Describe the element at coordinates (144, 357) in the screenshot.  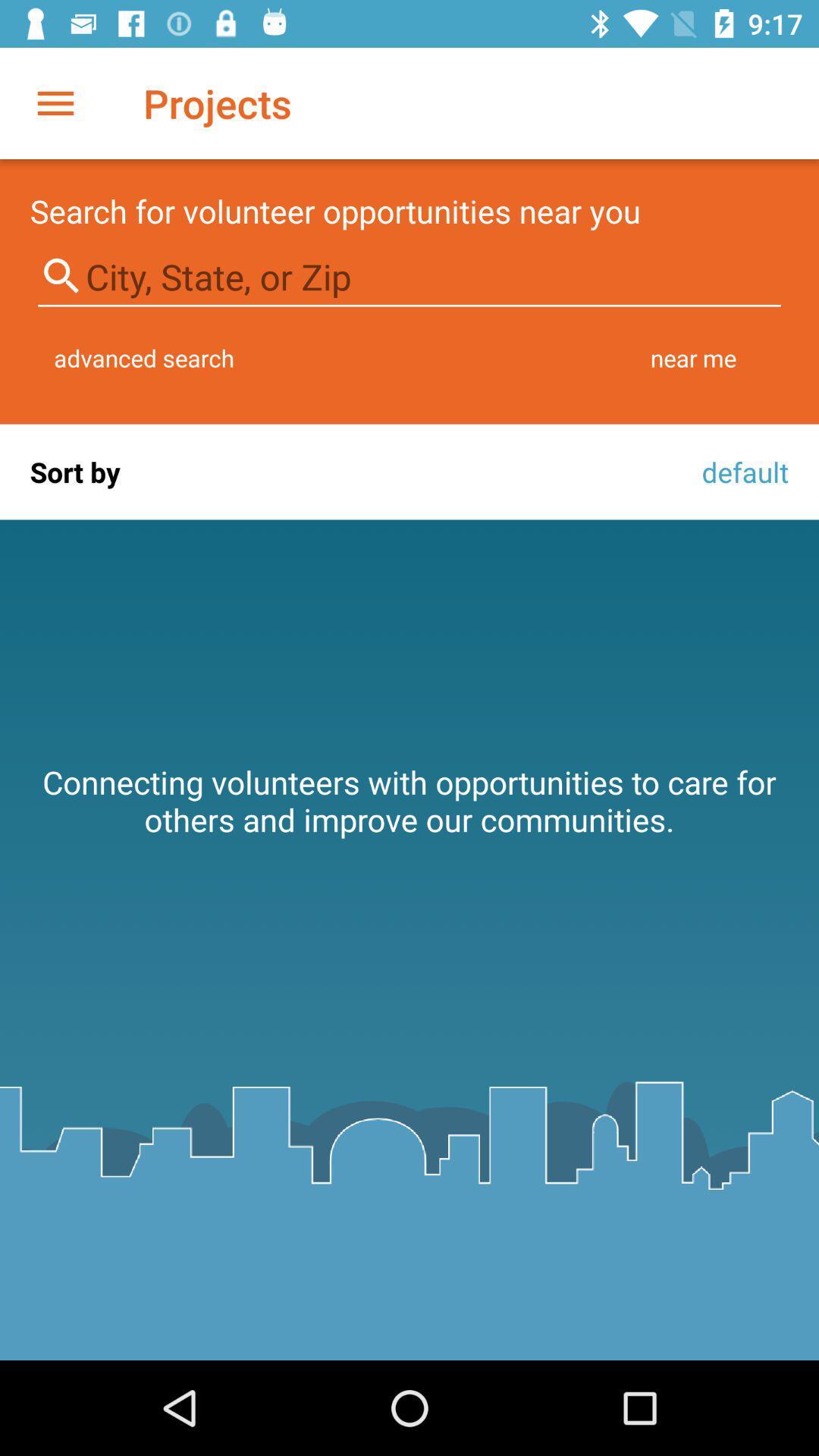
I see `item above the sort by icon` at that location.